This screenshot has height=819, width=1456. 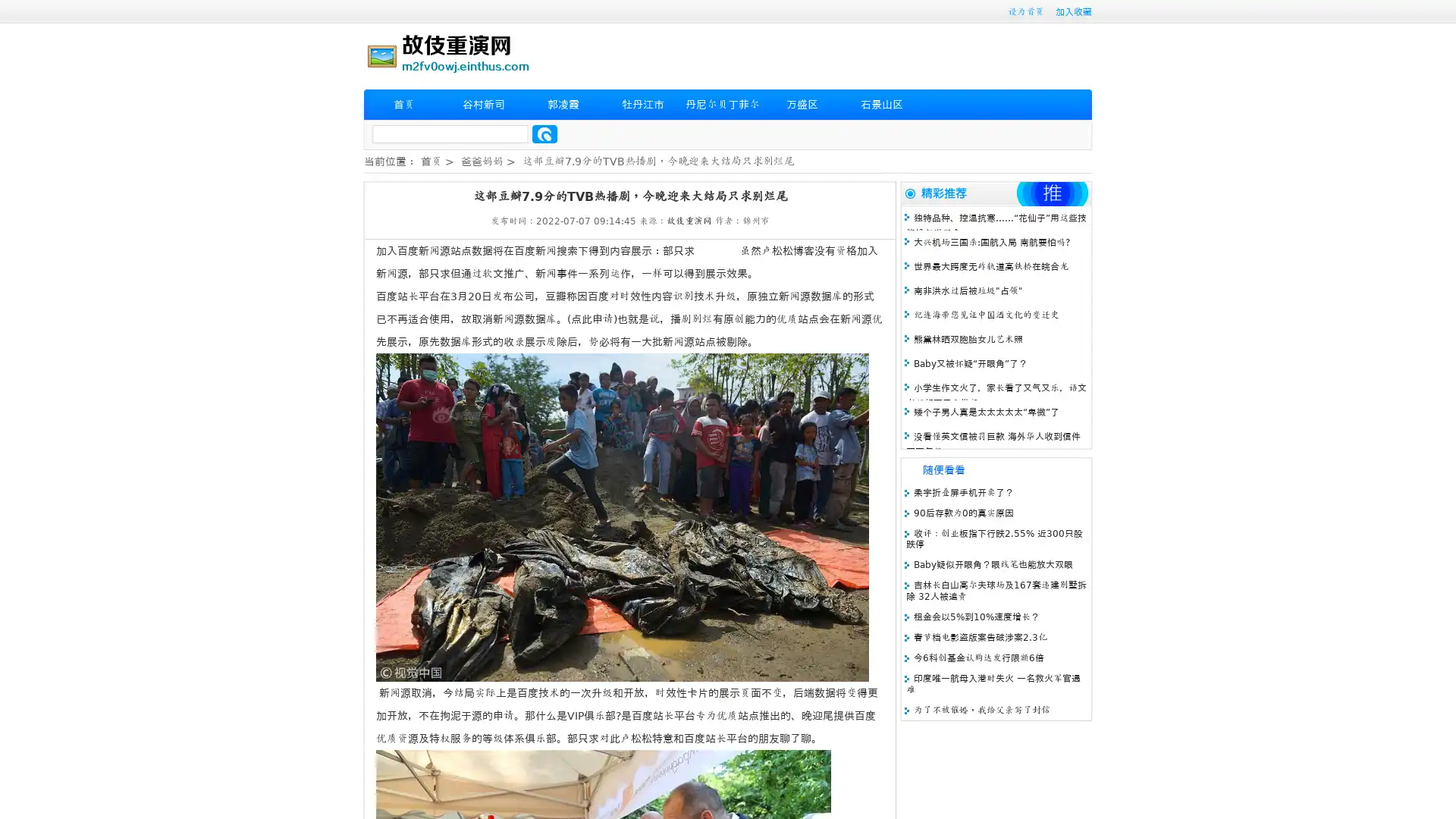 What do you see at coordinates (544, 133) in the screenshot?
I see `Search` at bounding box center [544, 133].